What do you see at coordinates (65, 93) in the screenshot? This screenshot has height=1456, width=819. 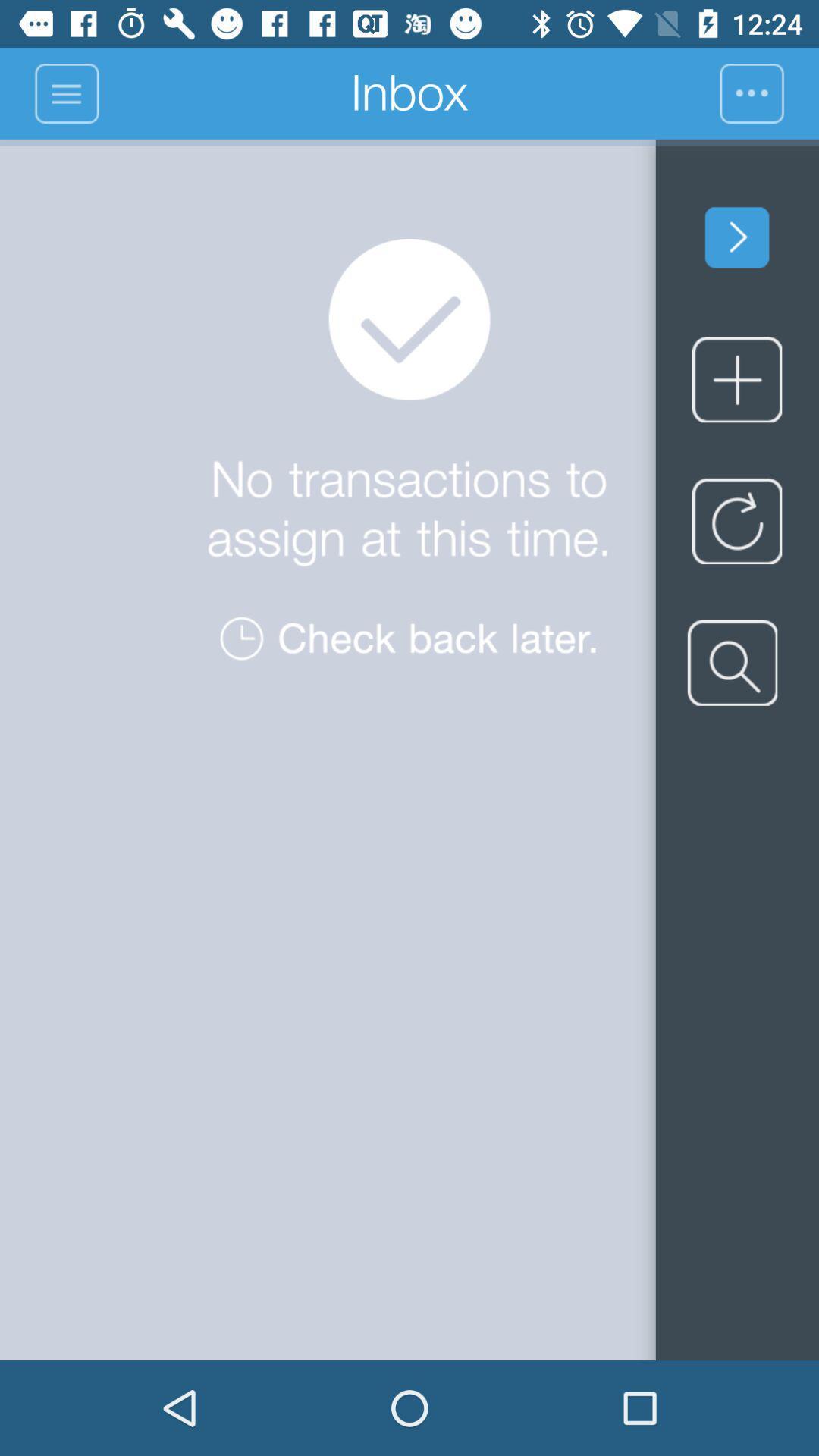 I see `icon at the top left corner` at bounding box center [65, 93].